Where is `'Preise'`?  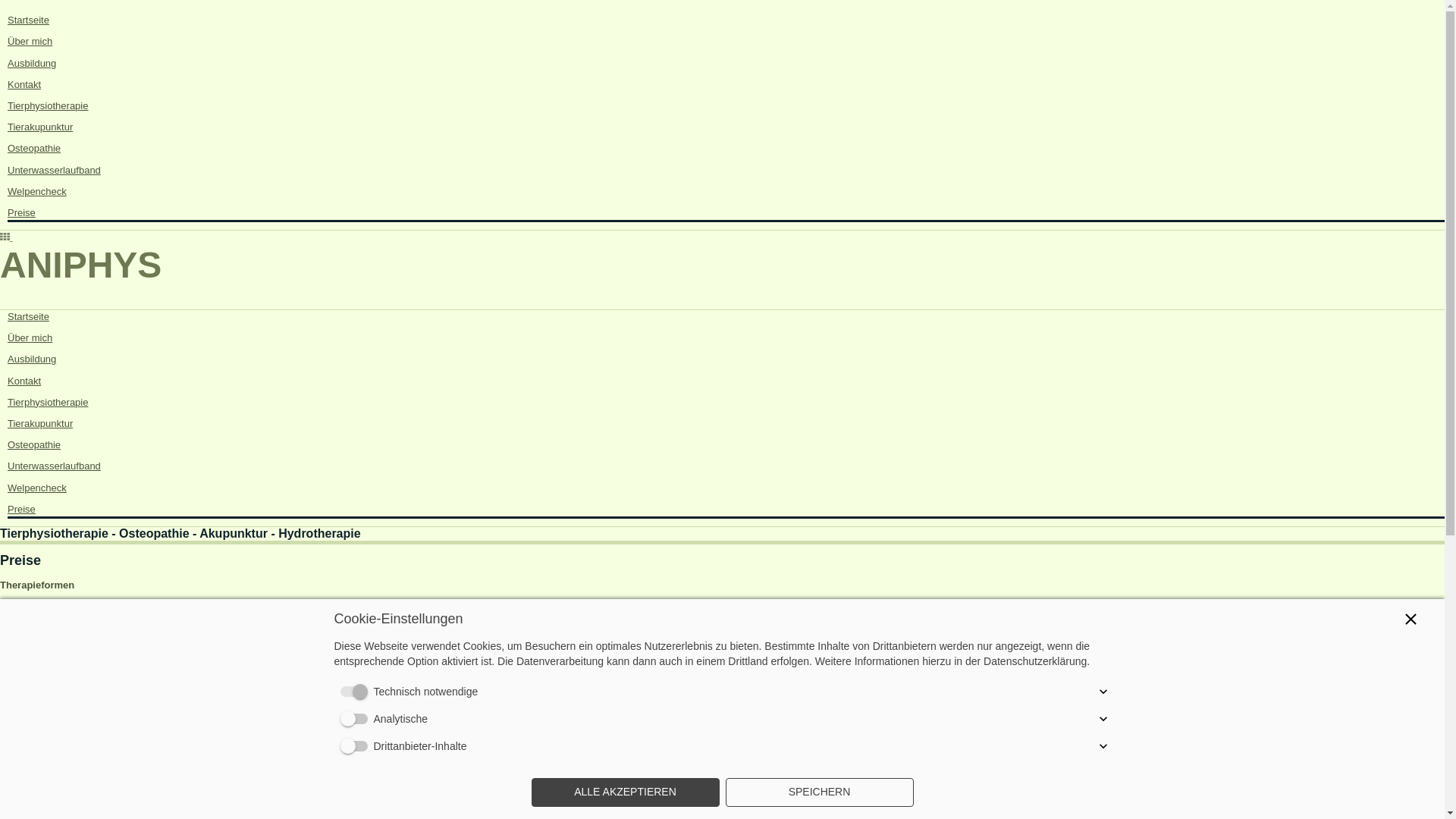 'Preise' is located at coordinates (21, 212).